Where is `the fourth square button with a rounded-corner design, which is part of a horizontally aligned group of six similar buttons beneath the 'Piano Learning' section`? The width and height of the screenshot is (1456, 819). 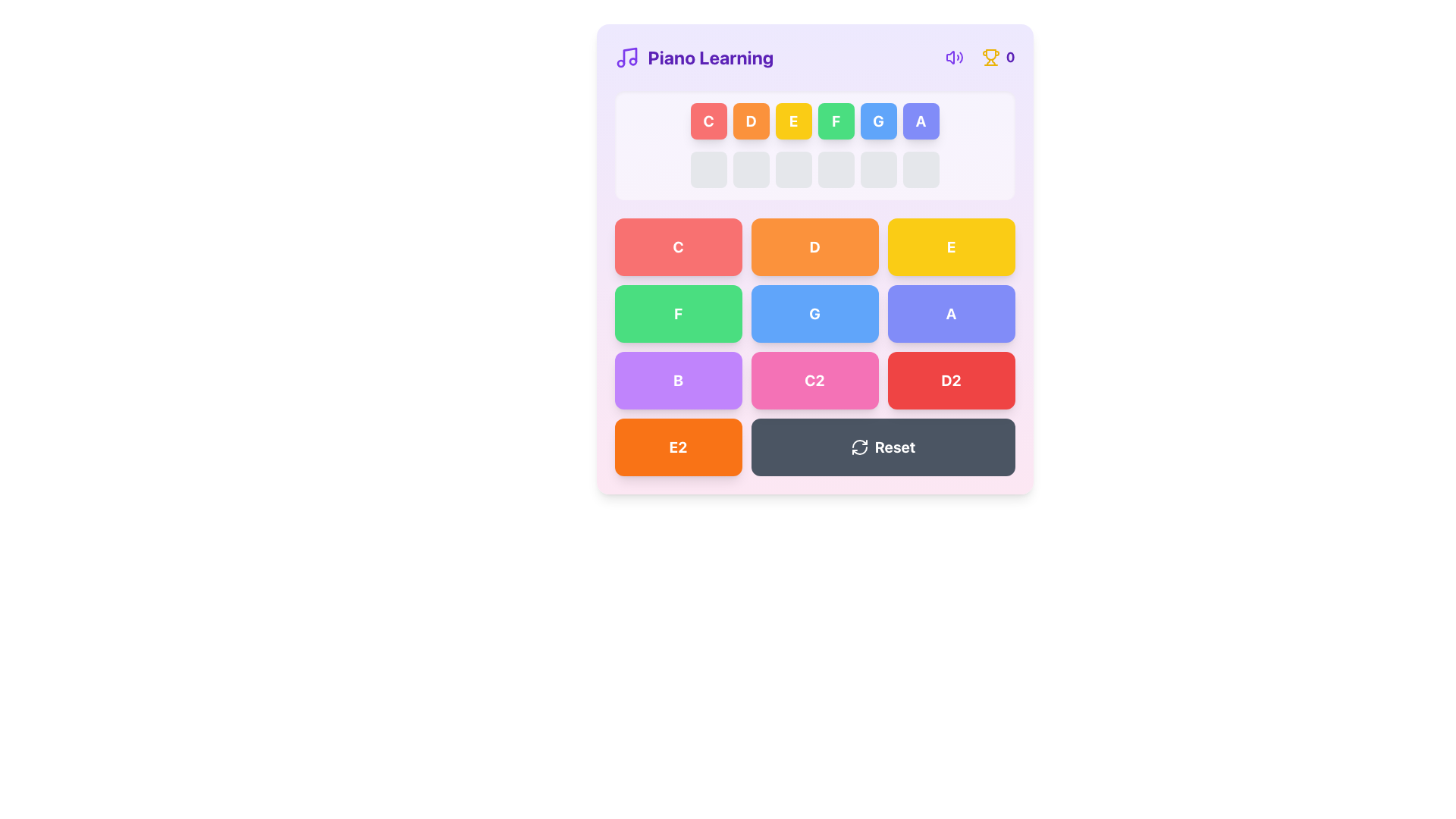
the fourth square button with a rounded-corner design, which is part of a horizontally aligned group of six similar buttons beneath the 'Piano Learning' section is located at coordinates (835, 169).